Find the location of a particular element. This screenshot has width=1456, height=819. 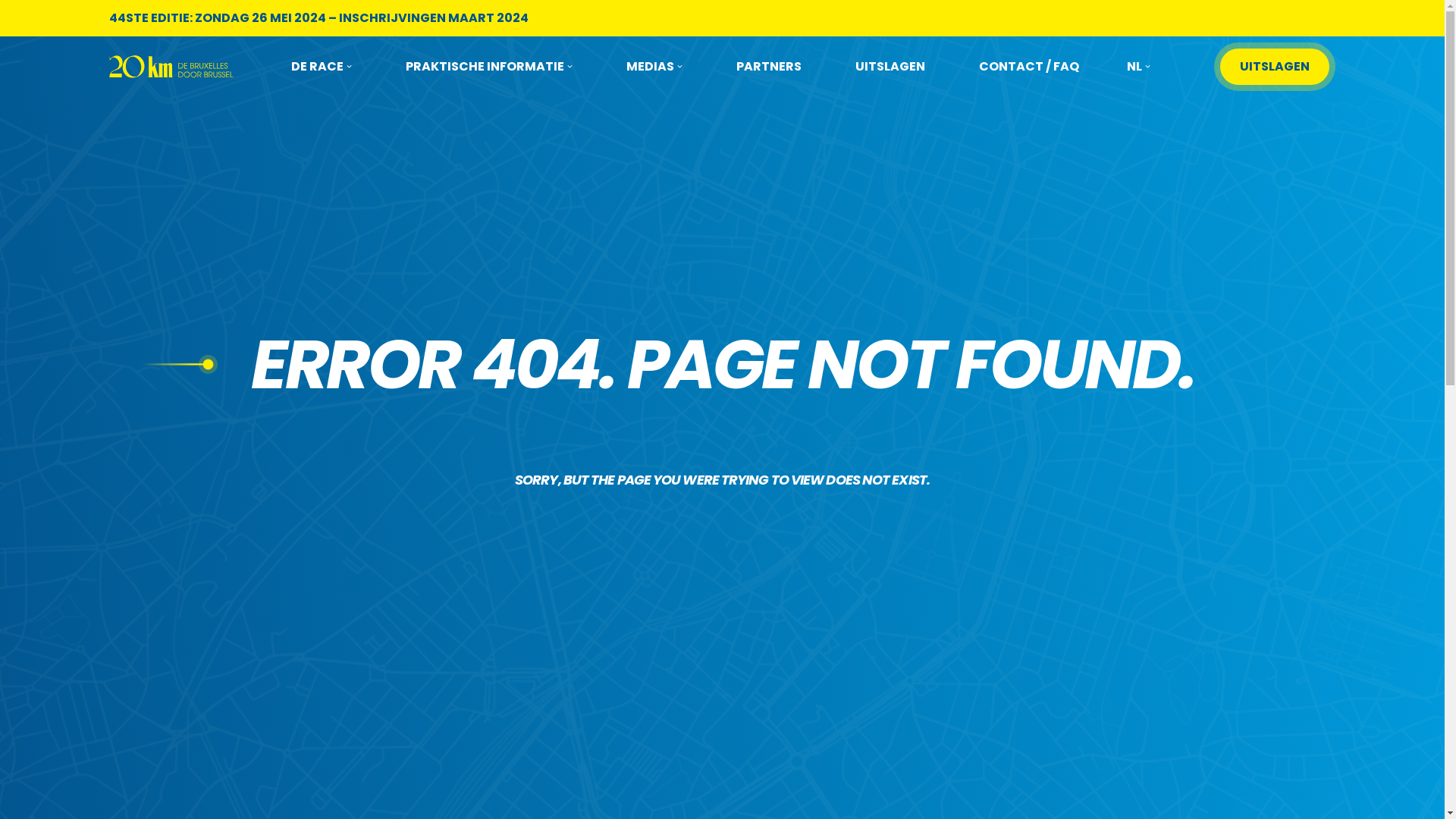

'UITSLAGEN' is located at coordinates (1274, 66).